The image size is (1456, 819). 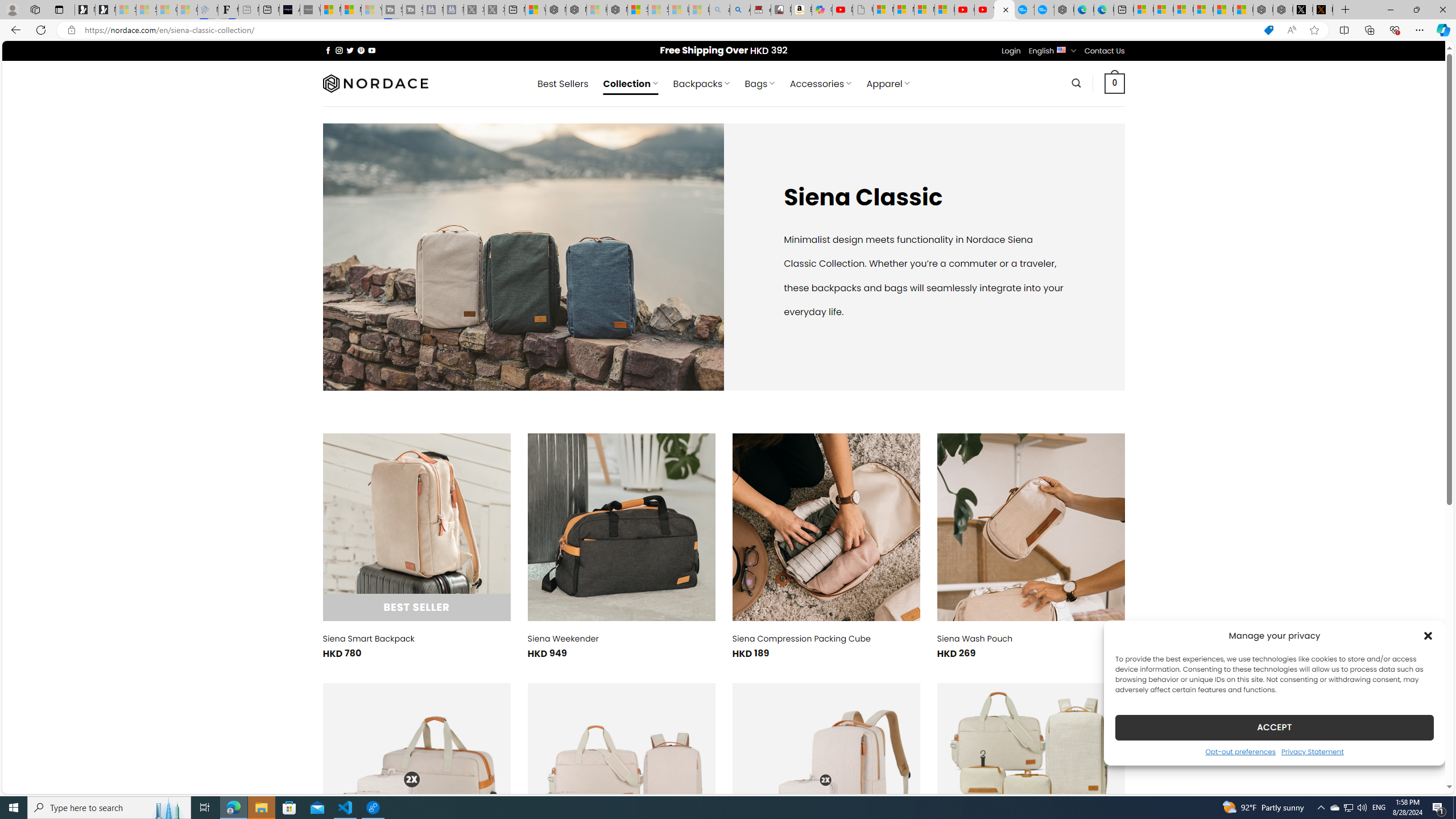 I want to click on 'Follow on Pinterest', so click(x=359, y=50).